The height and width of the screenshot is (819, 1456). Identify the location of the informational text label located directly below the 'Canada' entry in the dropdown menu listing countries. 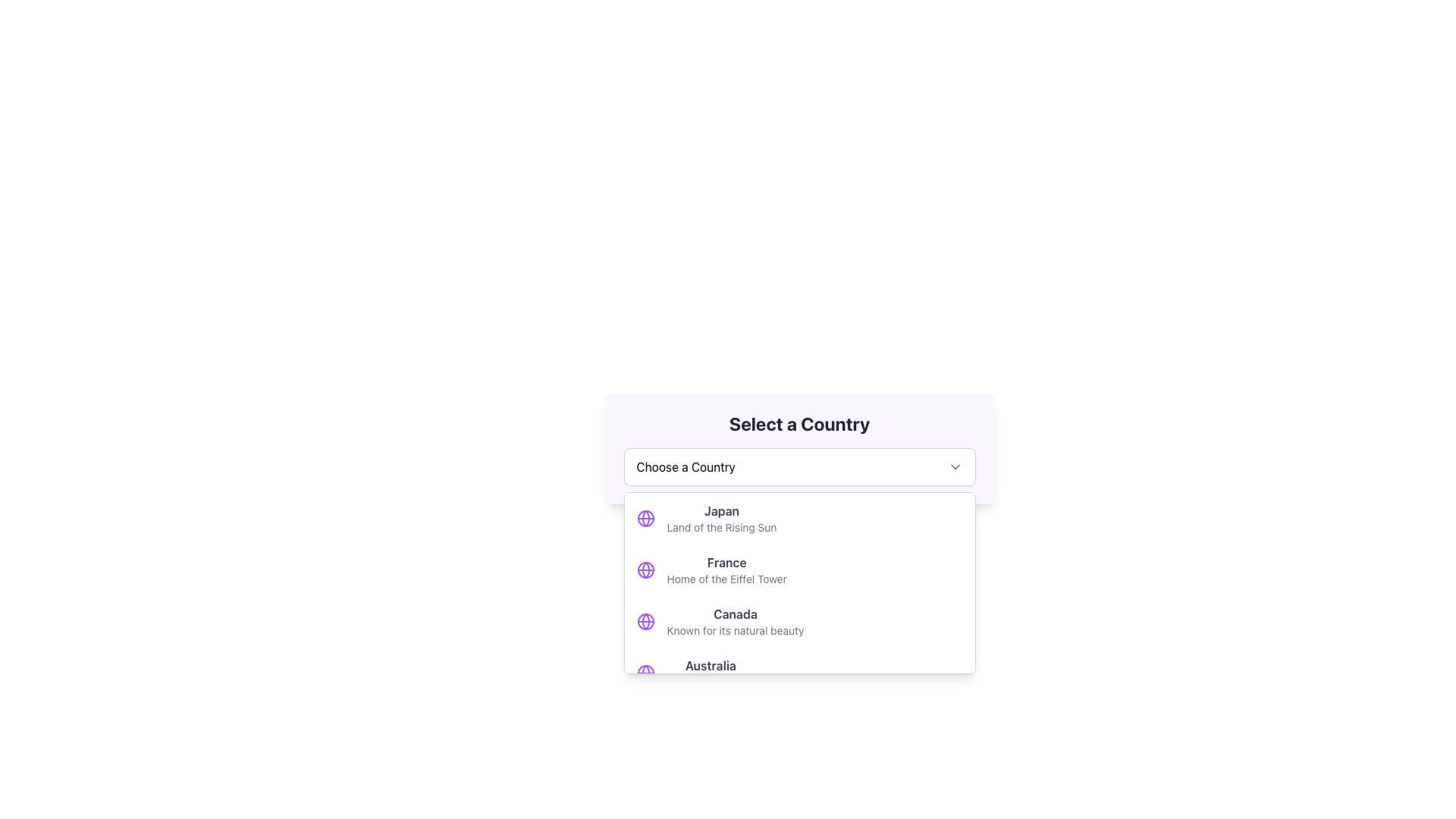
(735, 631).